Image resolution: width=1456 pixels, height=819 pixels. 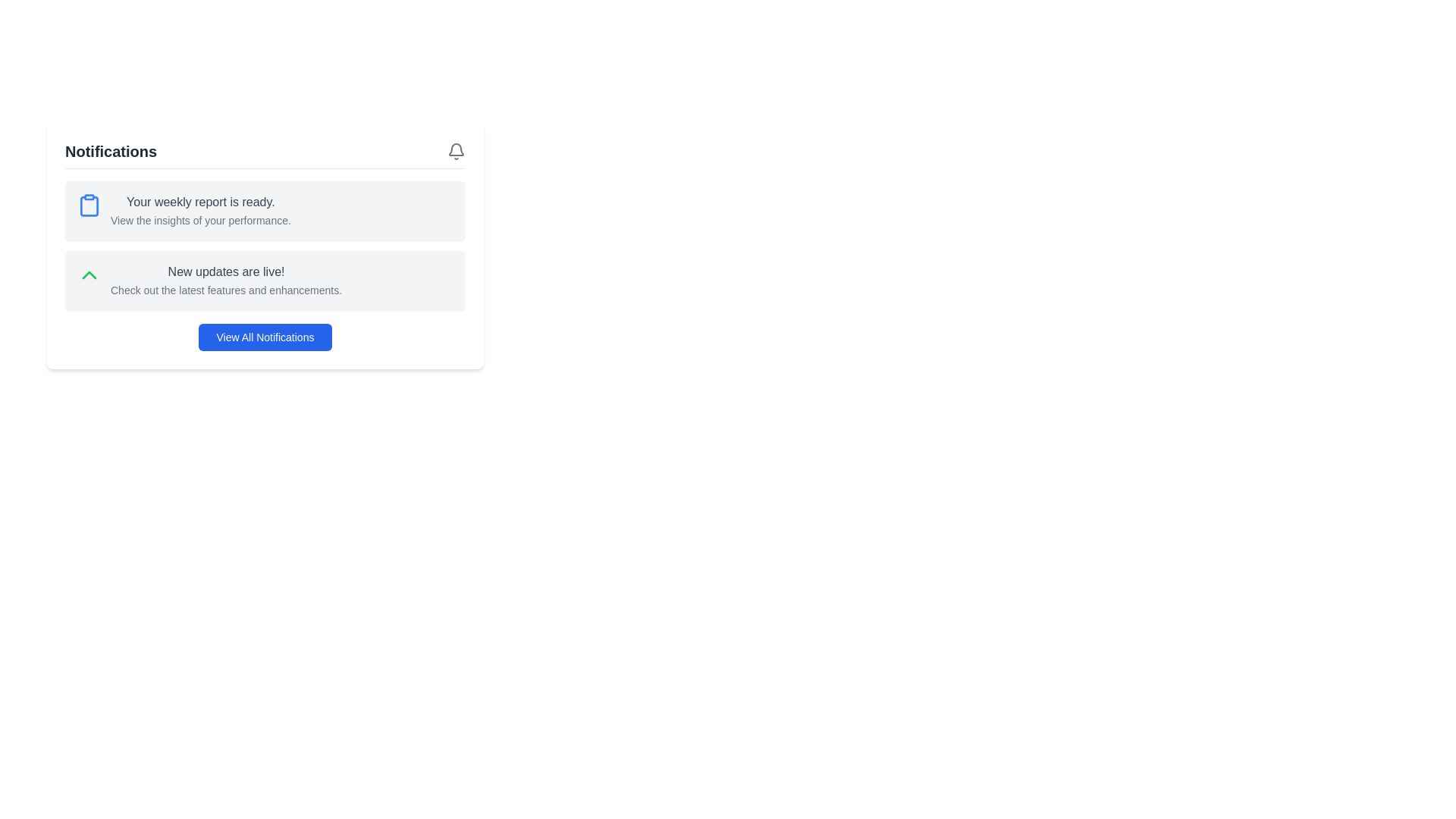 What do you see at coordinates (225, 281) in the screenshot?
I see `the notification text label that provides updates about new features, which is located beneath the upward green arrow icon within the notification card` at bounding box center [225, 281].